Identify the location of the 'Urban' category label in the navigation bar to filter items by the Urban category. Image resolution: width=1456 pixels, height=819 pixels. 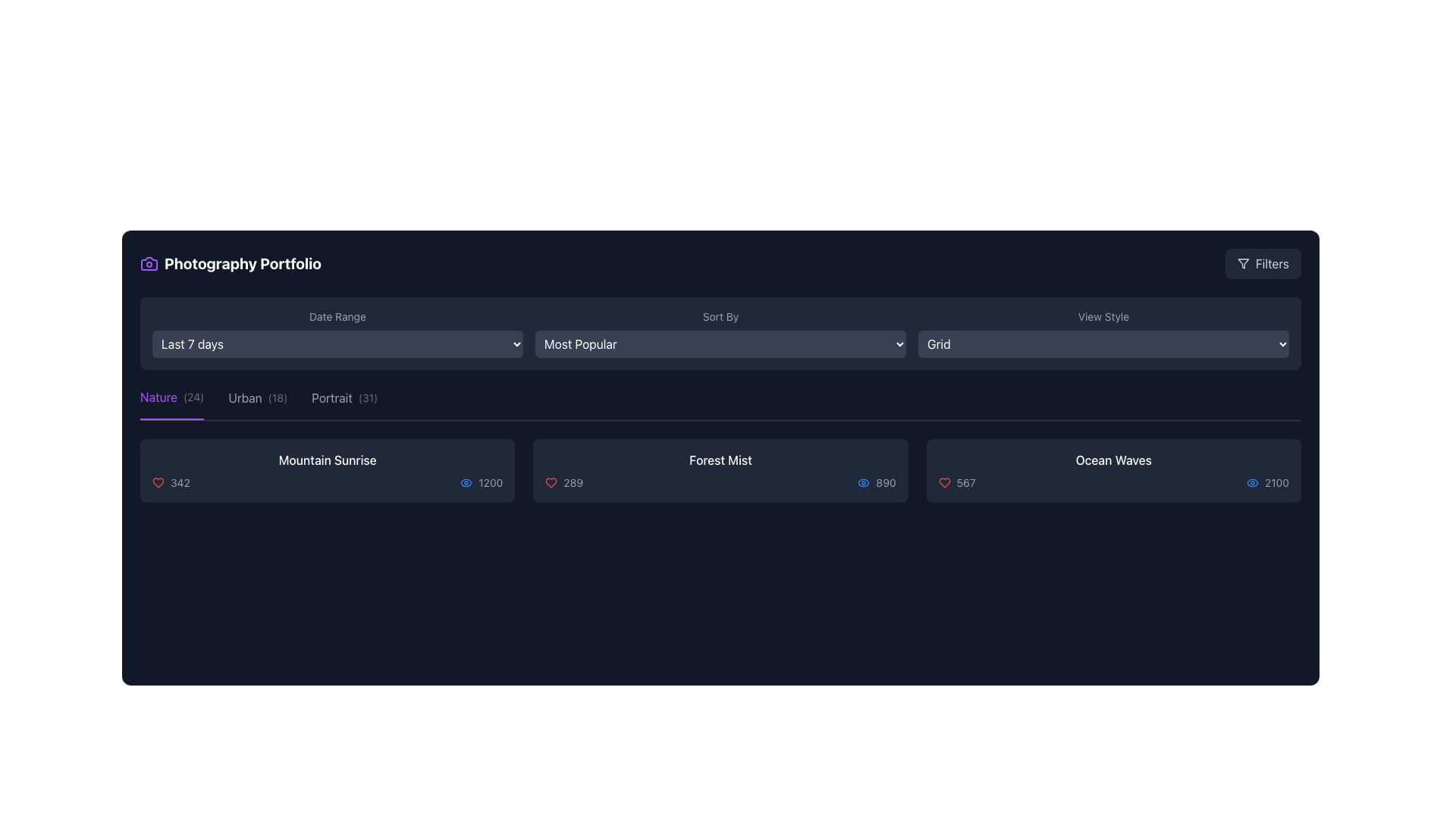
(258, 397).